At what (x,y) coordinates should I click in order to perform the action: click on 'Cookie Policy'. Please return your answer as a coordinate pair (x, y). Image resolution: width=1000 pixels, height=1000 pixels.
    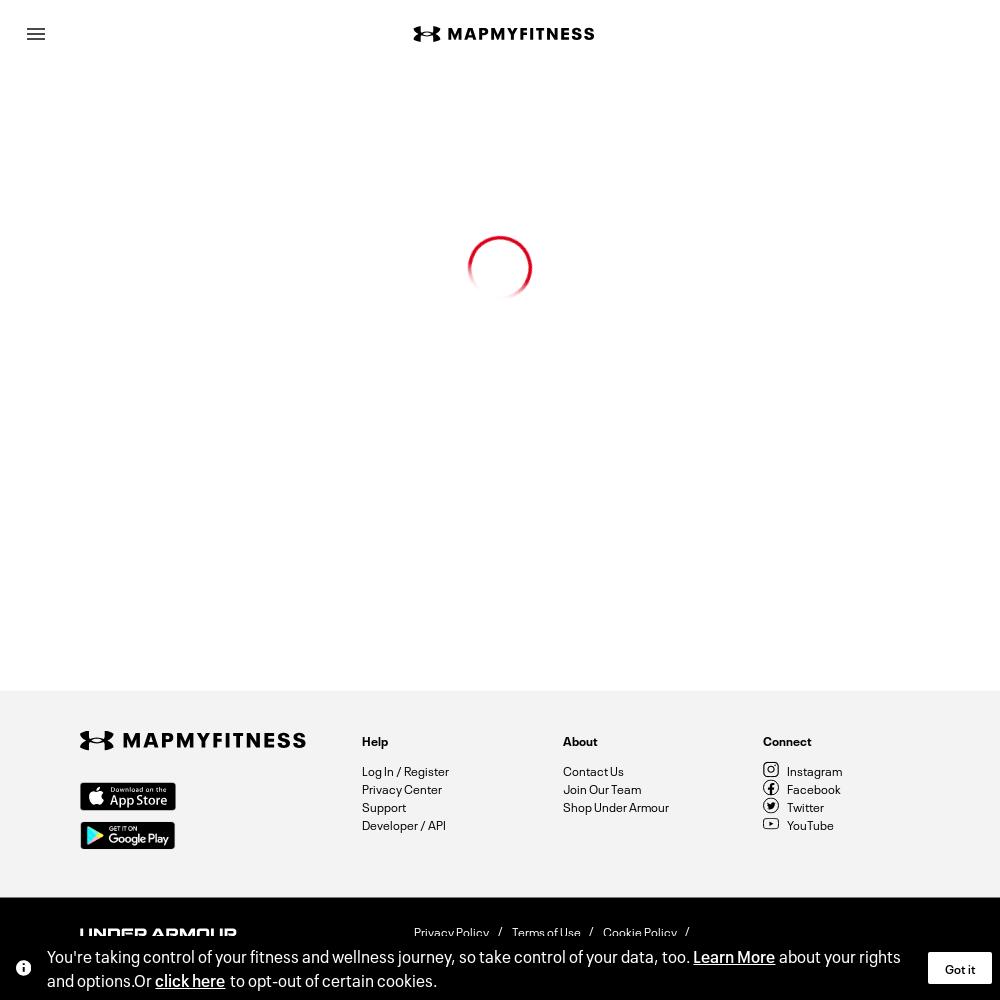
    Looking at the image, I should click on (640, 930).